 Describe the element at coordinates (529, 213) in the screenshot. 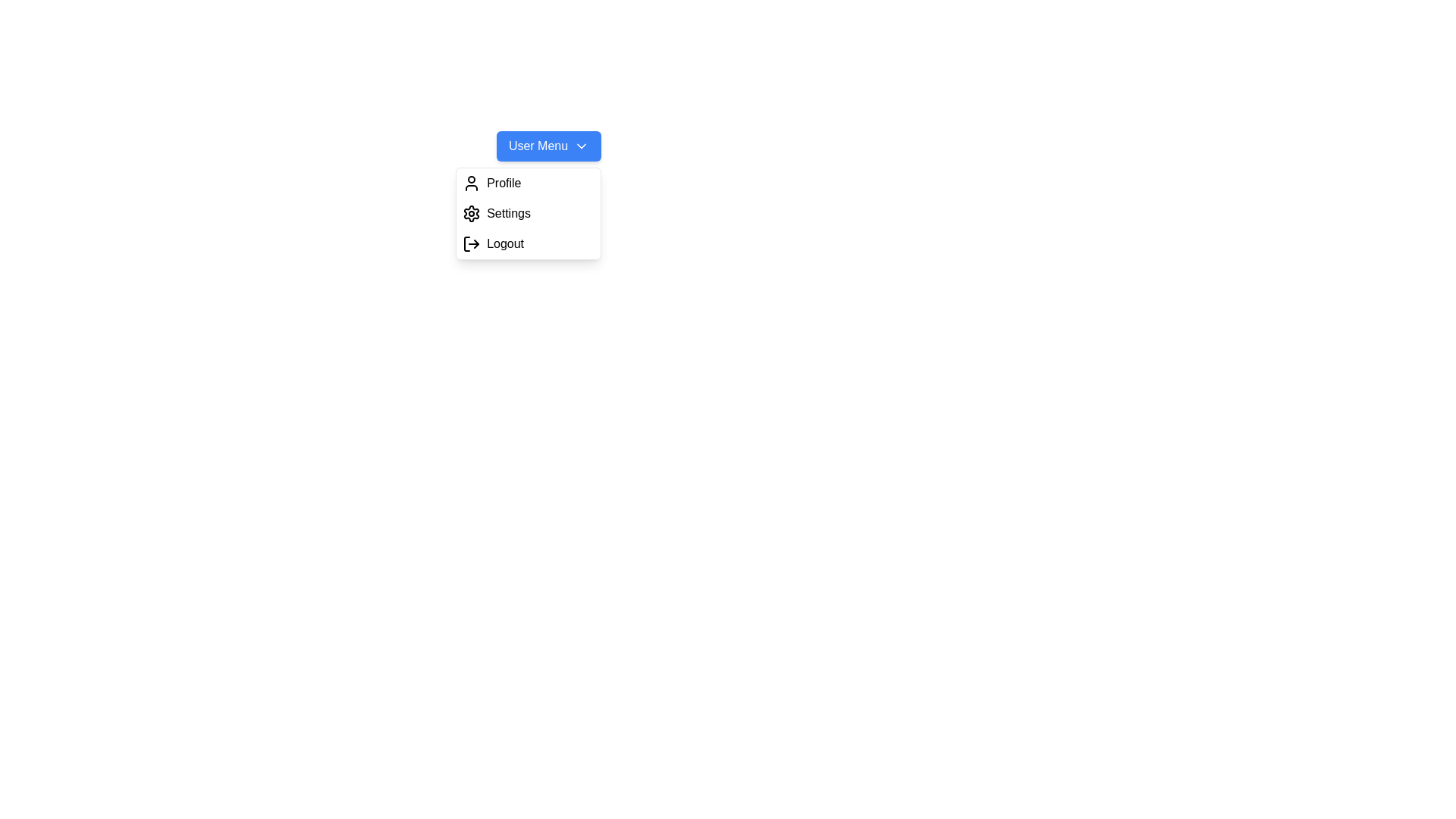

I see `the second menu item in the dropdown menu that allows access to settings-related functionalities, located below the 'Profile' item and above 'Logout'` at that location.